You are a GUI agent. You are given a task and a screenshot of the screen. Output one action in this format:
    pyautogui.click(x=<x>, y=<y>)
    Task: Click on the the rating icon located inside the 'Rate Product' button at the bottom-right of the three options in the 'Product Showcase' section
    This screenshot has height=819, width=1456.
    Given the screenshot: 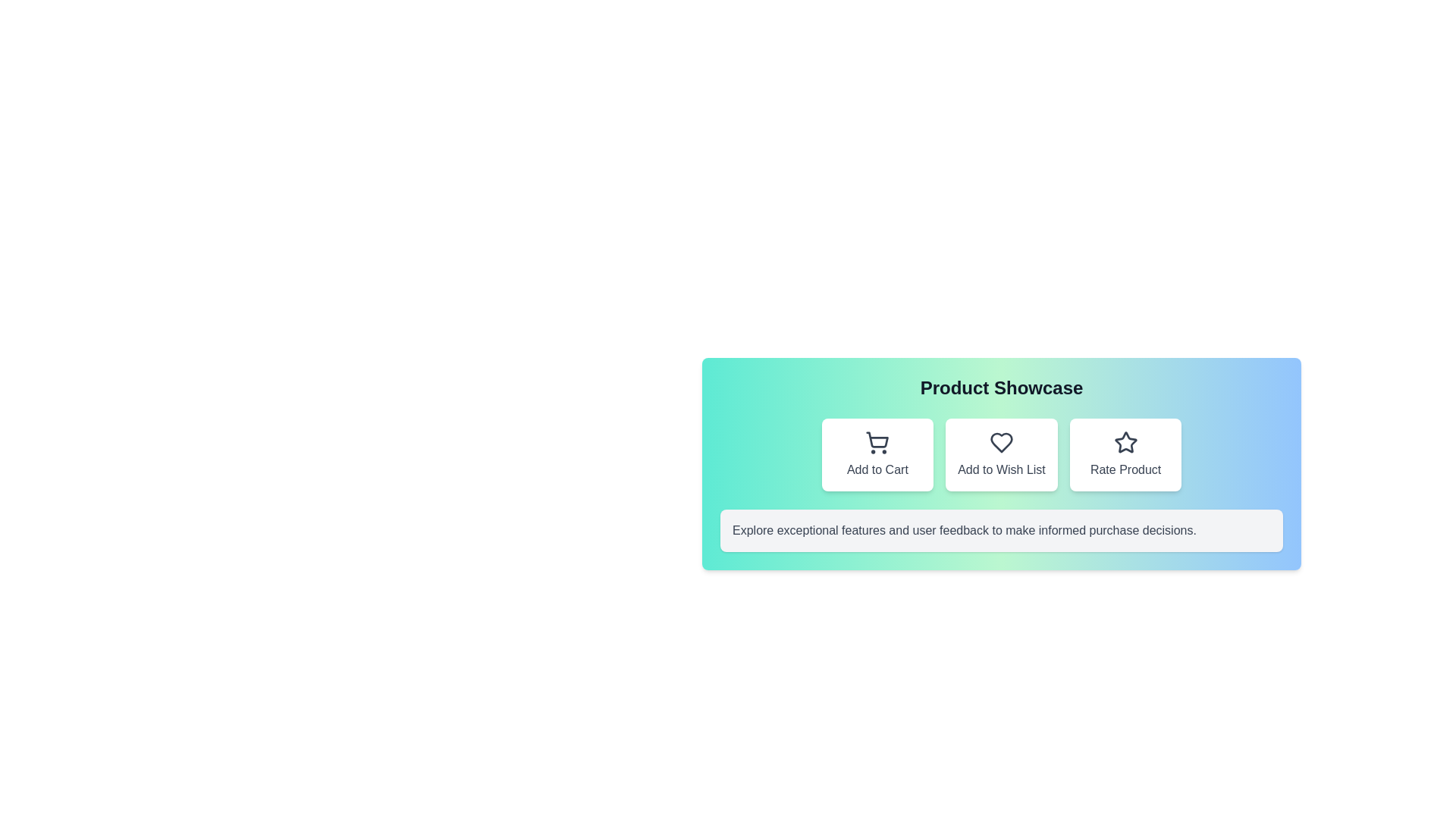 What is the action you would take?
    pyautogui.click(x=1125, y=442)
    